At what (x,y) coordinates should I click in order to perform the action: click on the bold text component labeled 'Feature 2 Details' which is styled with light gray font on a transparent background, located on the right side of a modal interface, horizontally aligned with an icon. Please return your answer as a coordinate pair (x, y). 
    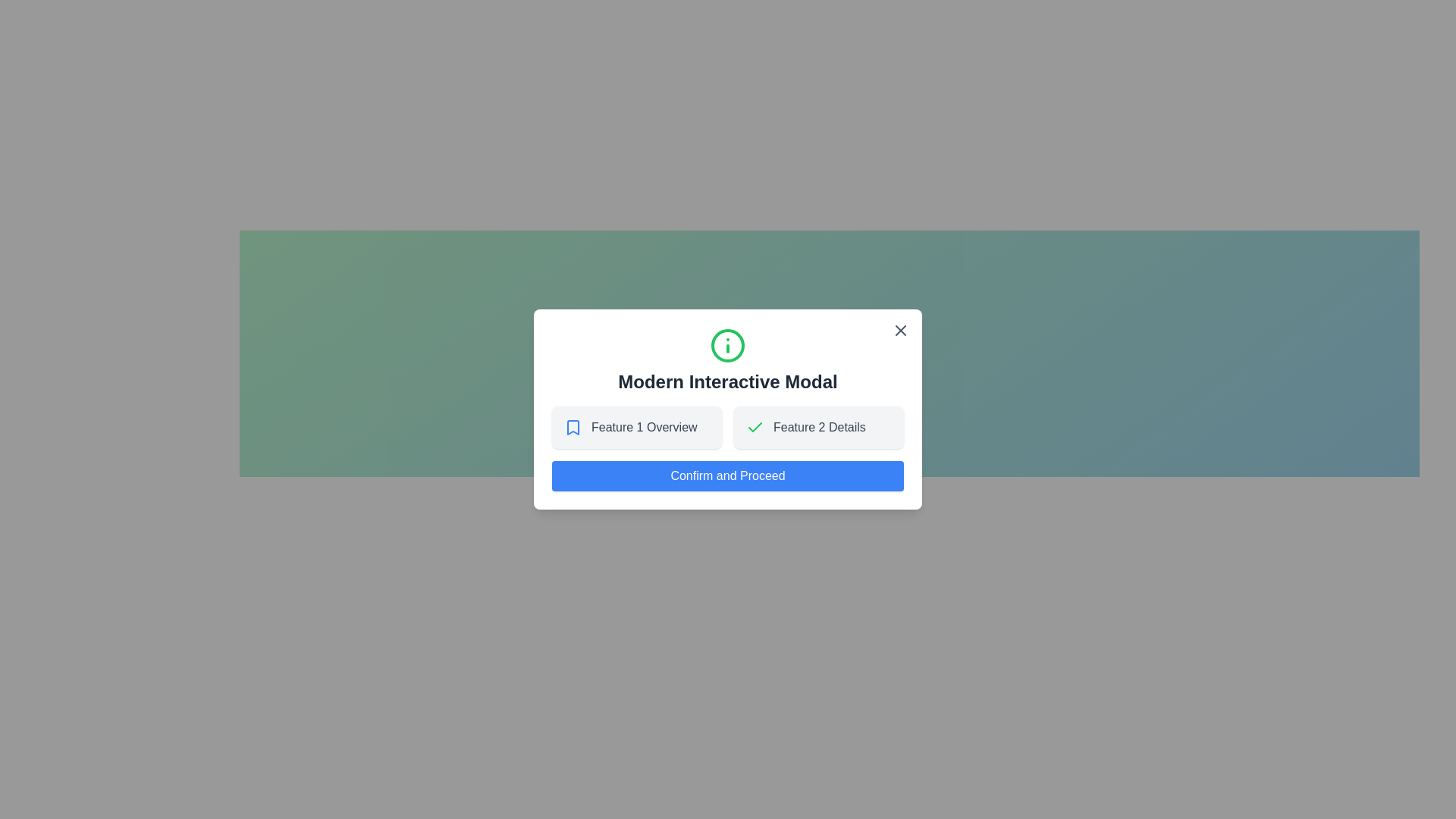
    Looking at the image, I should click on (818, 427).